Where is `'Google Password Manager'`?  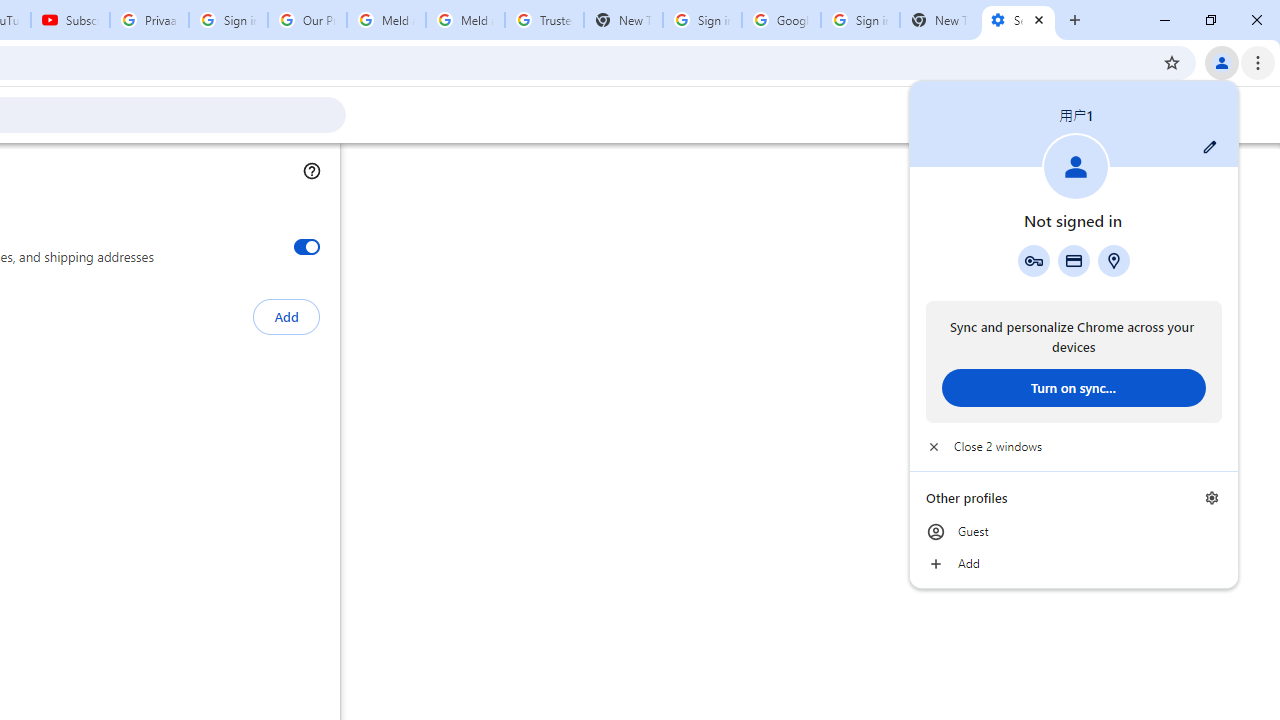 'Google Password Manager' is located at coordinates (1033, 260).